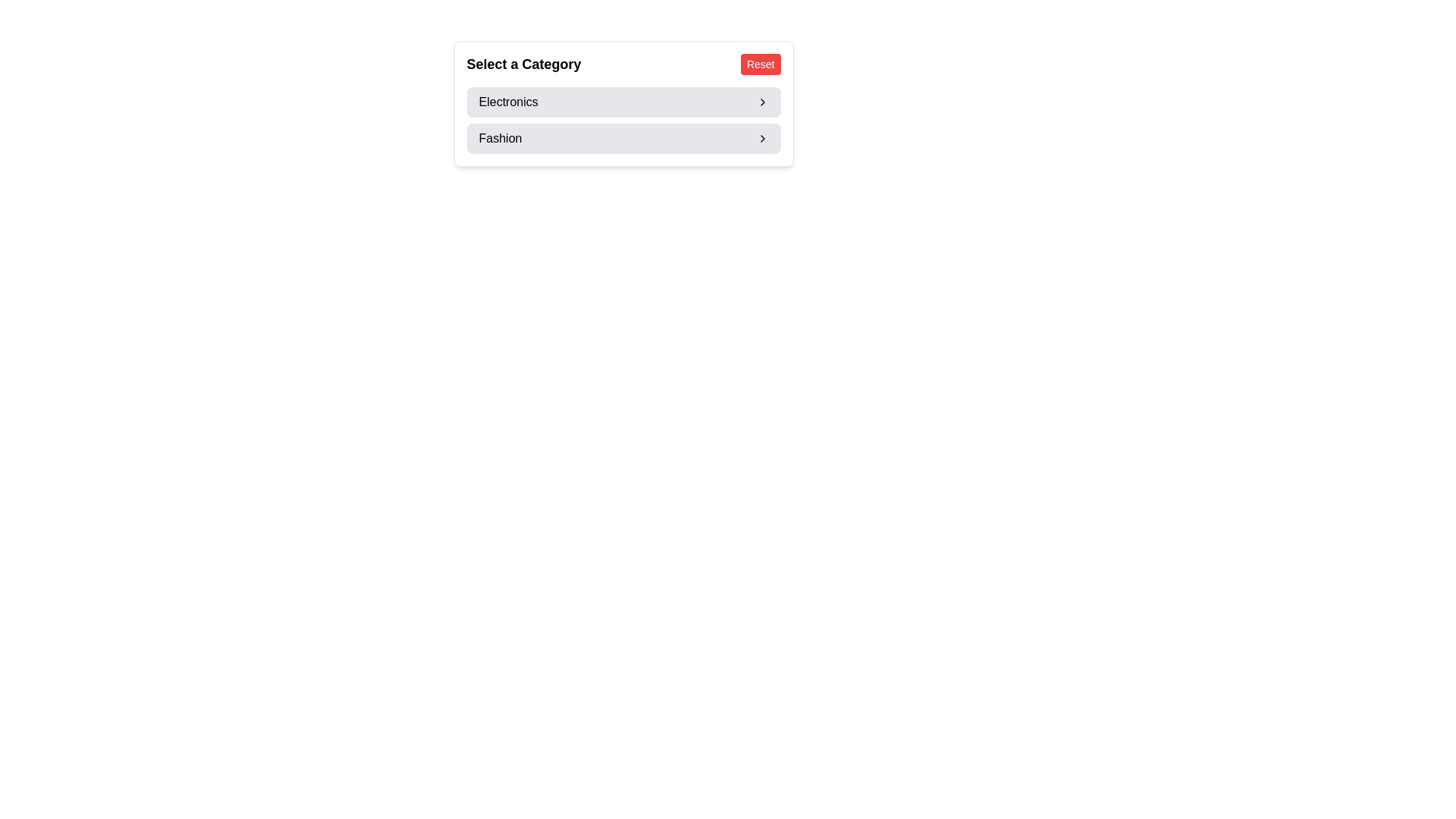 This screenshot has width=1456, height=819. What do you see at coordinates (623, 103) in the screenshot?
I see `the 'Electronics' button, which has a light gray background and is the first entry` at bounding box center [623, 103].